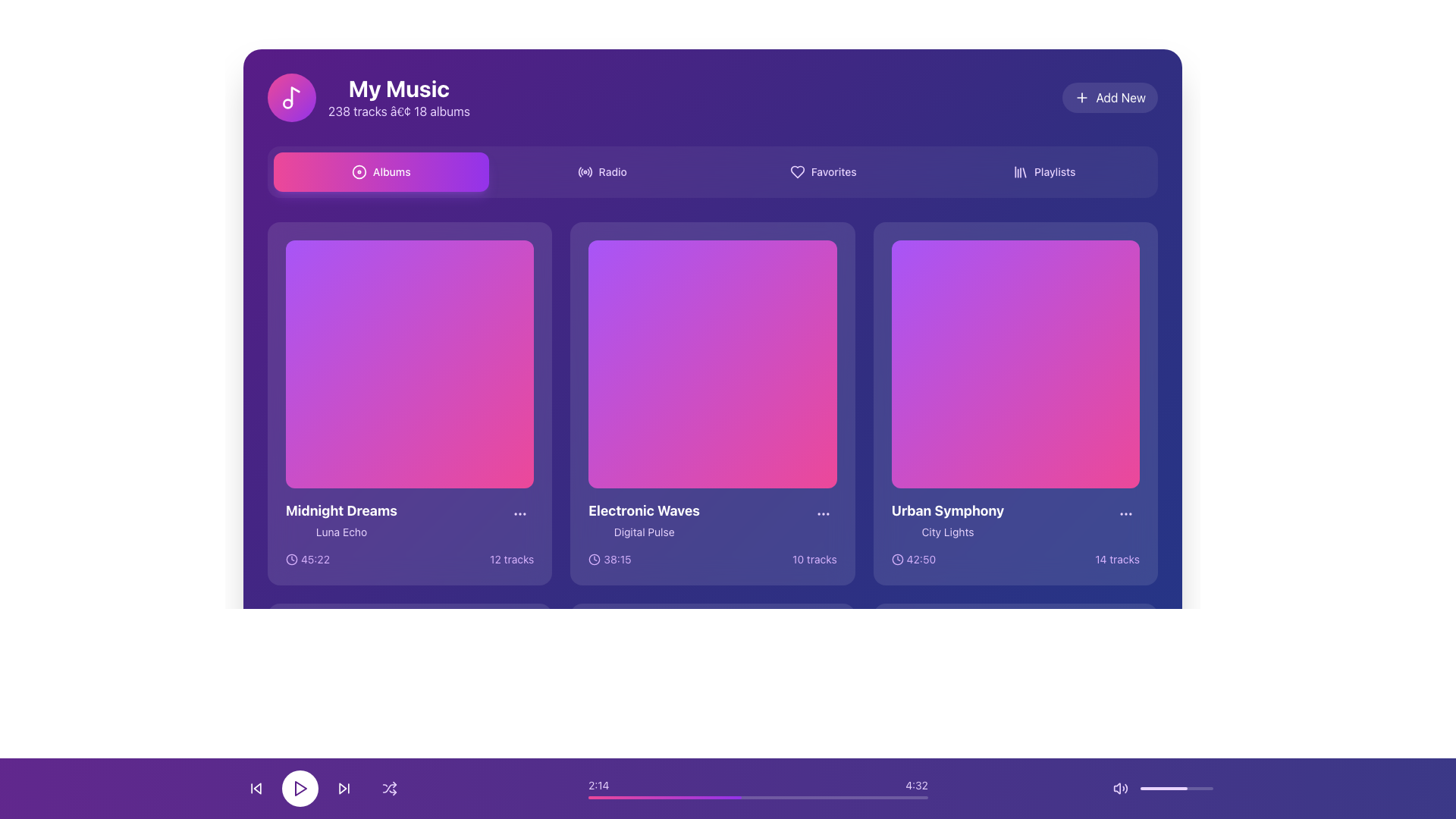 This screenshot has height=819, width=1456. Describe the element at coordinates (912, 560) in the screenshot. I see `the informational label displaying a clock icon and the time '42:50', located at the bottom-left corner of the 'Urban Symphony' card, below the subtitle 'City Lights'` at that location.